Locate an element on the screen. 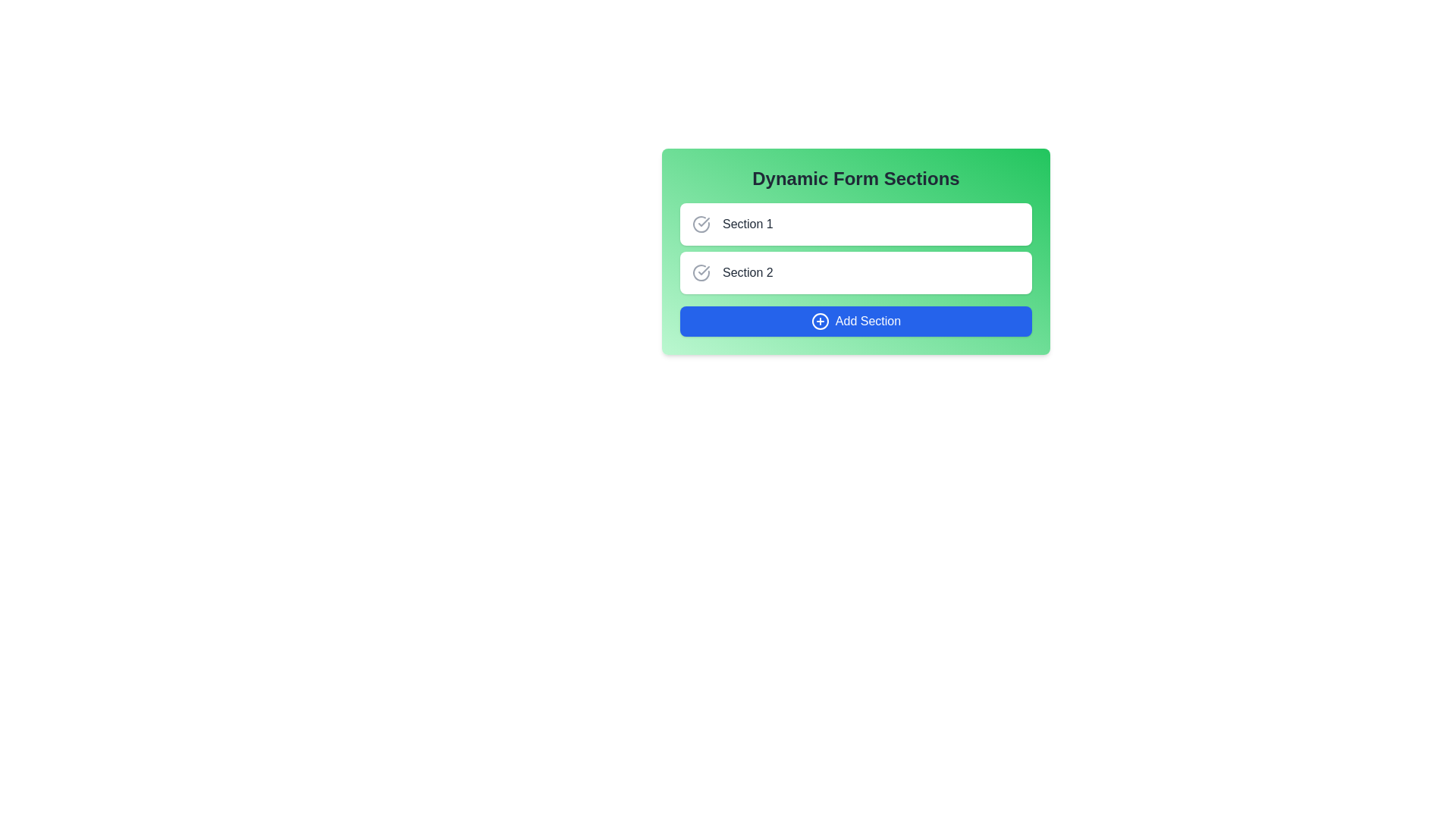 The image size is (1456, 819). the innermost circular shape of the 'Add Section' button's icon, which is a graphical vector circle used for decorative purposes is located at coordinates (819, 321).